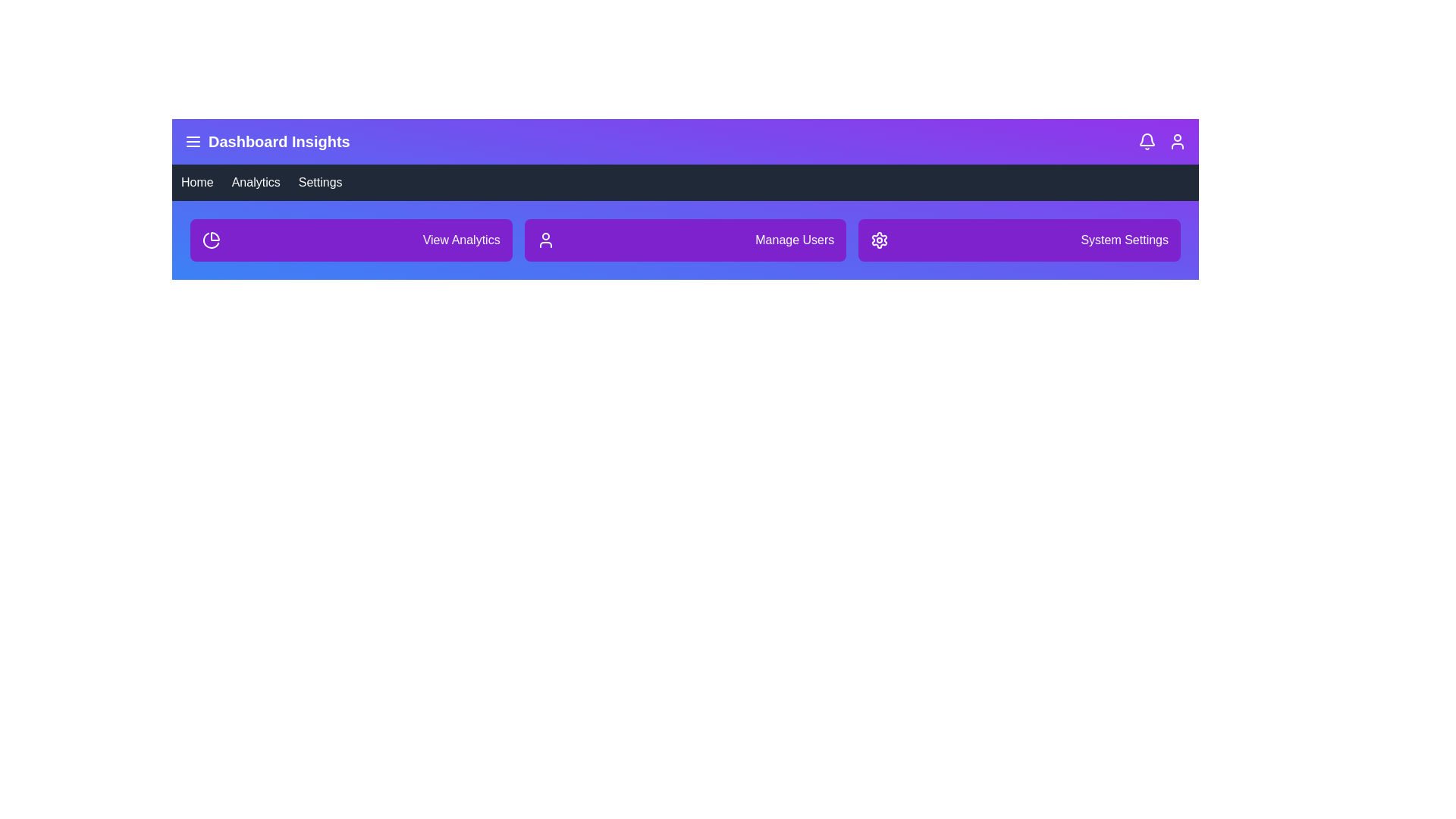  I want to click on the navigation menu item Home to navigate to the respective section, so click(196, 181).